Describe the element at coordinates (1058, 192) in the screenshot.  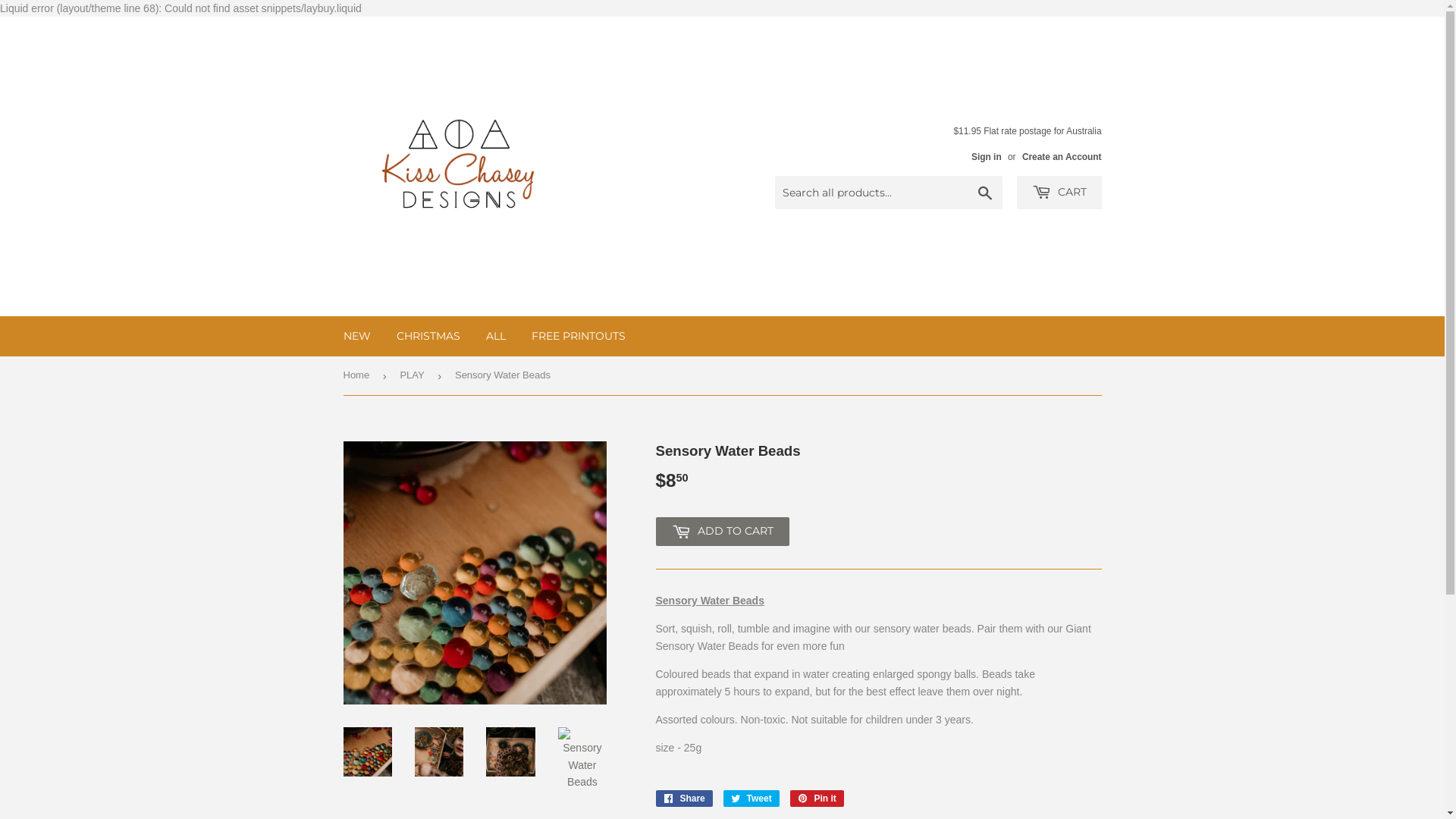
I see `'CART'` at that location.